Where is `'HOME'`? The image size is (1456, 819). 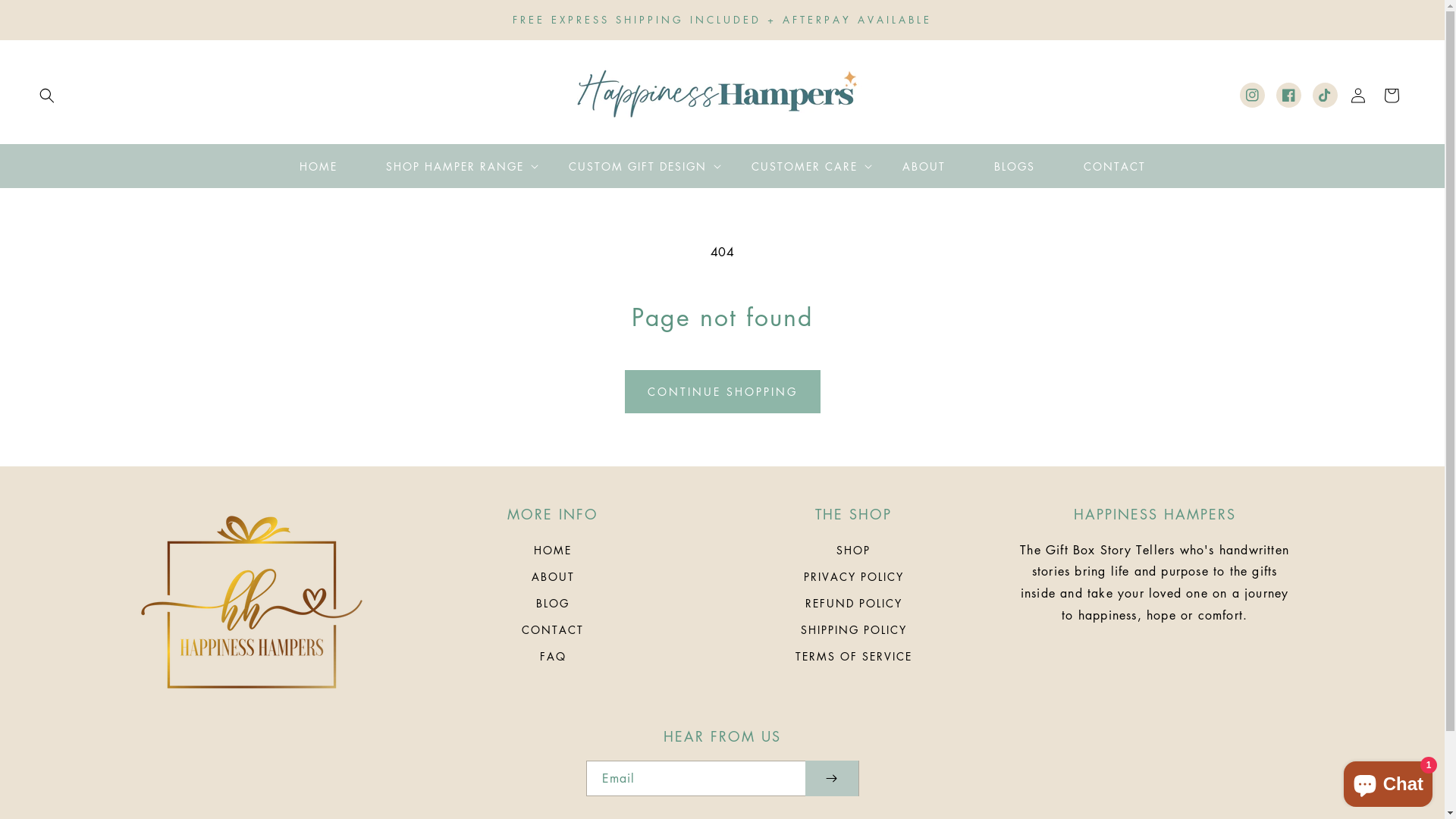
'HOME' is located at coordinates (552, 552).